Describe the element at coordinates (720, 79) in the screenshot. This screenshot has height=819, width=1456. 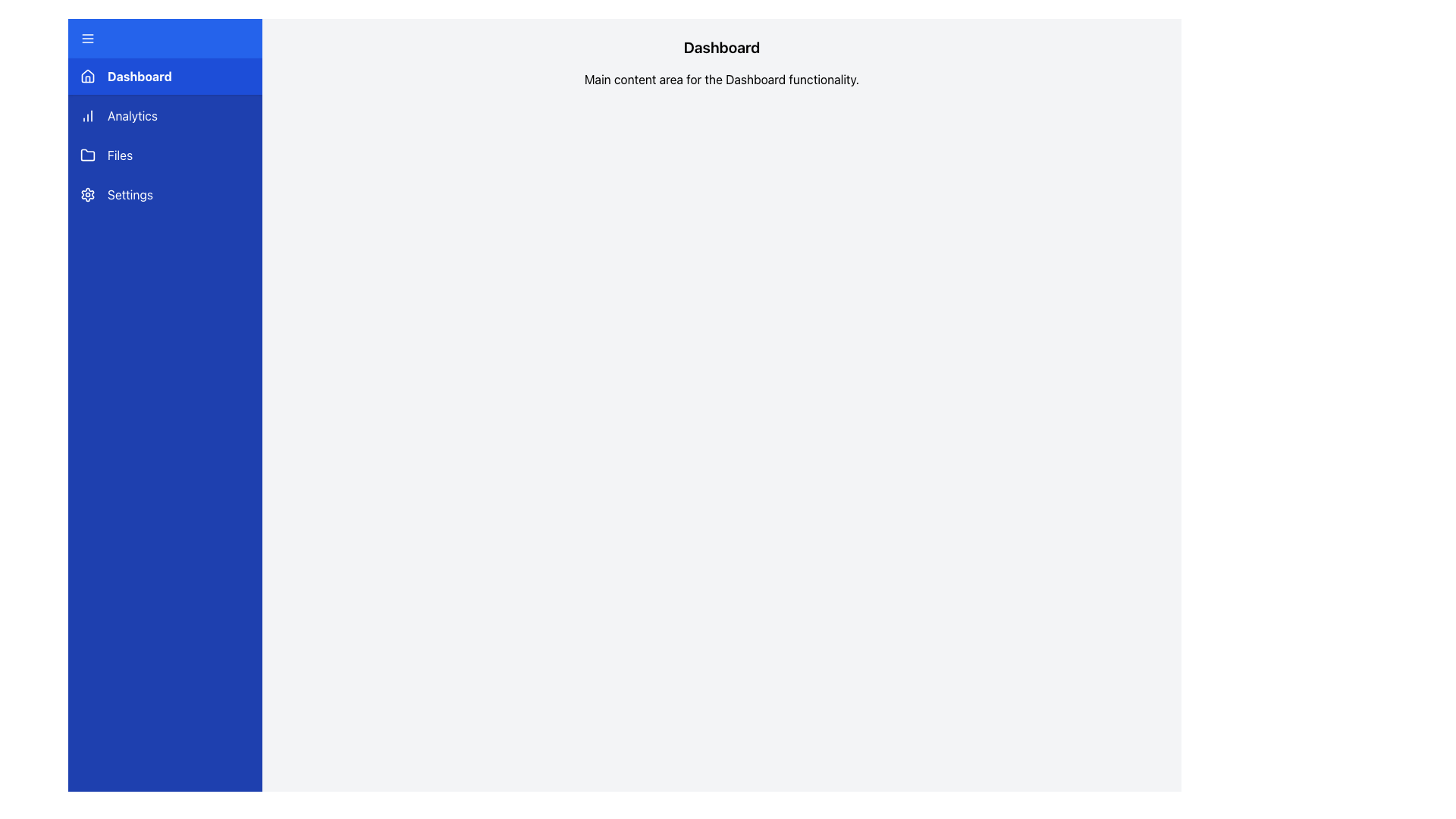
I see `the text field displaying the message 'Main content area for the Dashboard functionality.' which is located directly below the 'Dashboard' header` at that location.